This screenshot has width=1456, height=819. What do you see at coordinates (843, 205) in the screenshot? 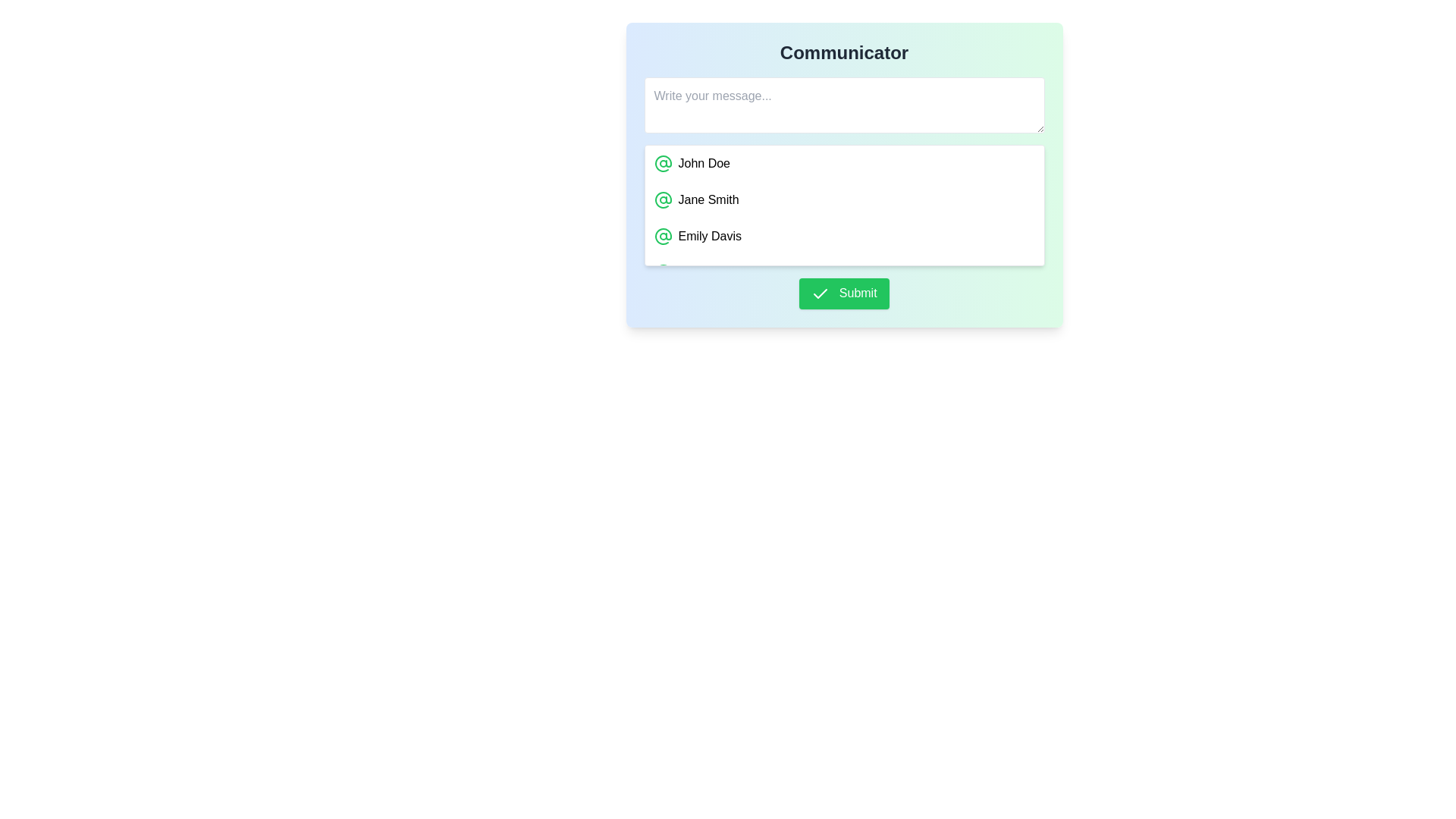
I see `the Scrollable List Box located below the 'Write your message...' input field and above the green 'Submit' button` at bounding box center [843, 205].